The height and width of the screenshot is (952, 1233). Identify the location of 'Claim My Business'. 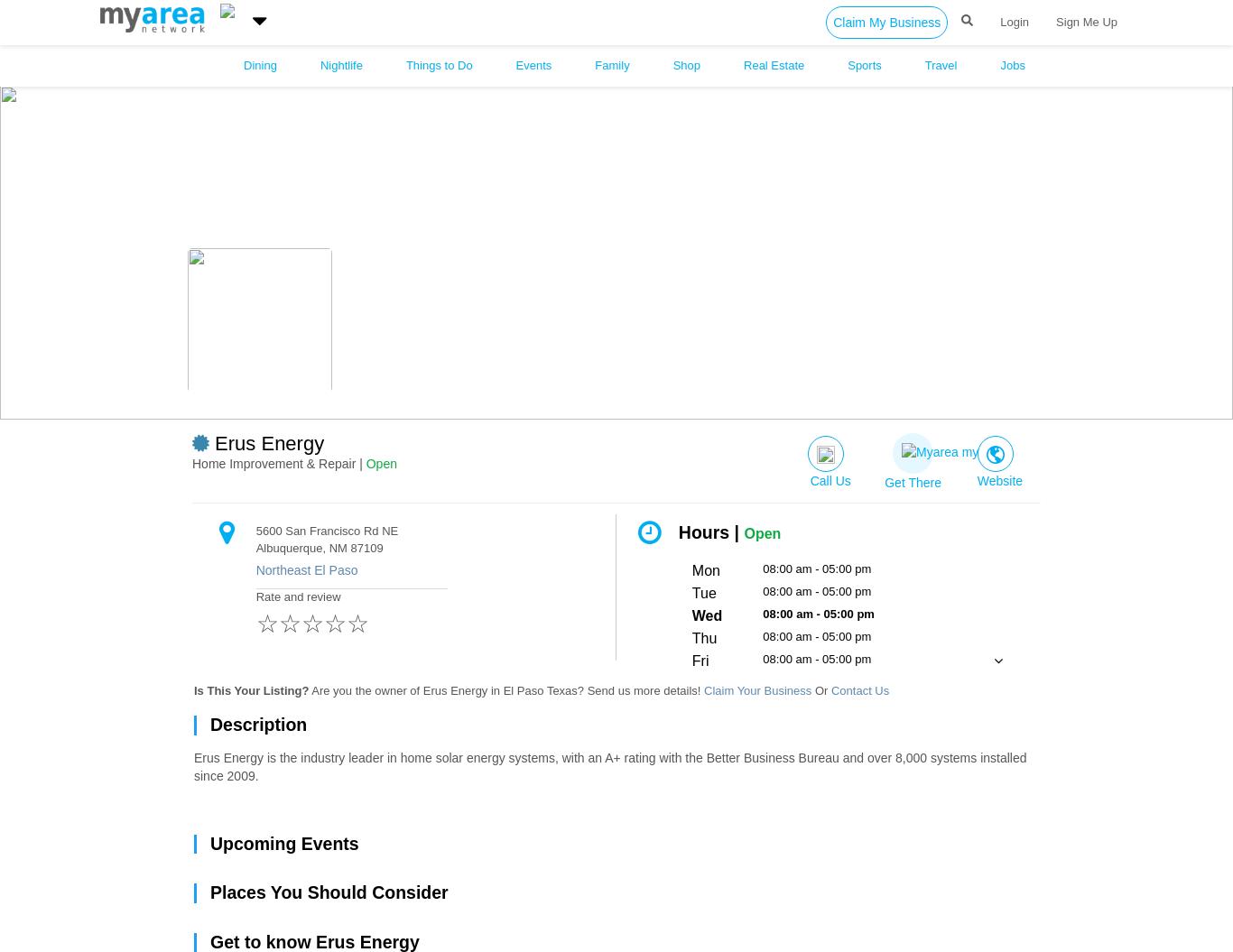
(886, 23).